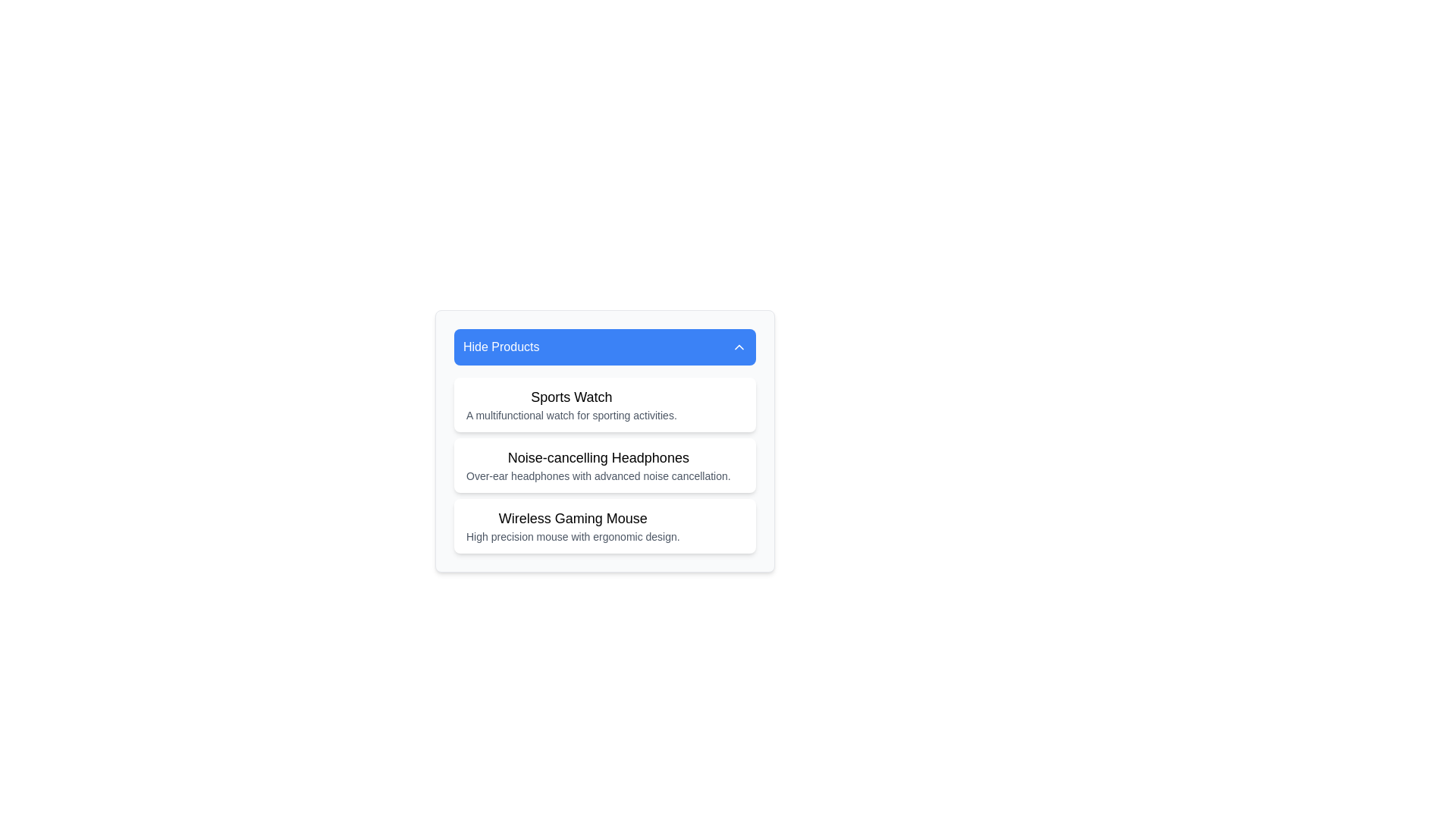  What do you see at coordinates (604, 464) in the screenshot?
I see `on the second informational card in the 'Hide Products' section that provides details about a product, located between the 'Sports Watch' and 'Wireless Gaming Mouse' cards` at bounding box center [604, 464].